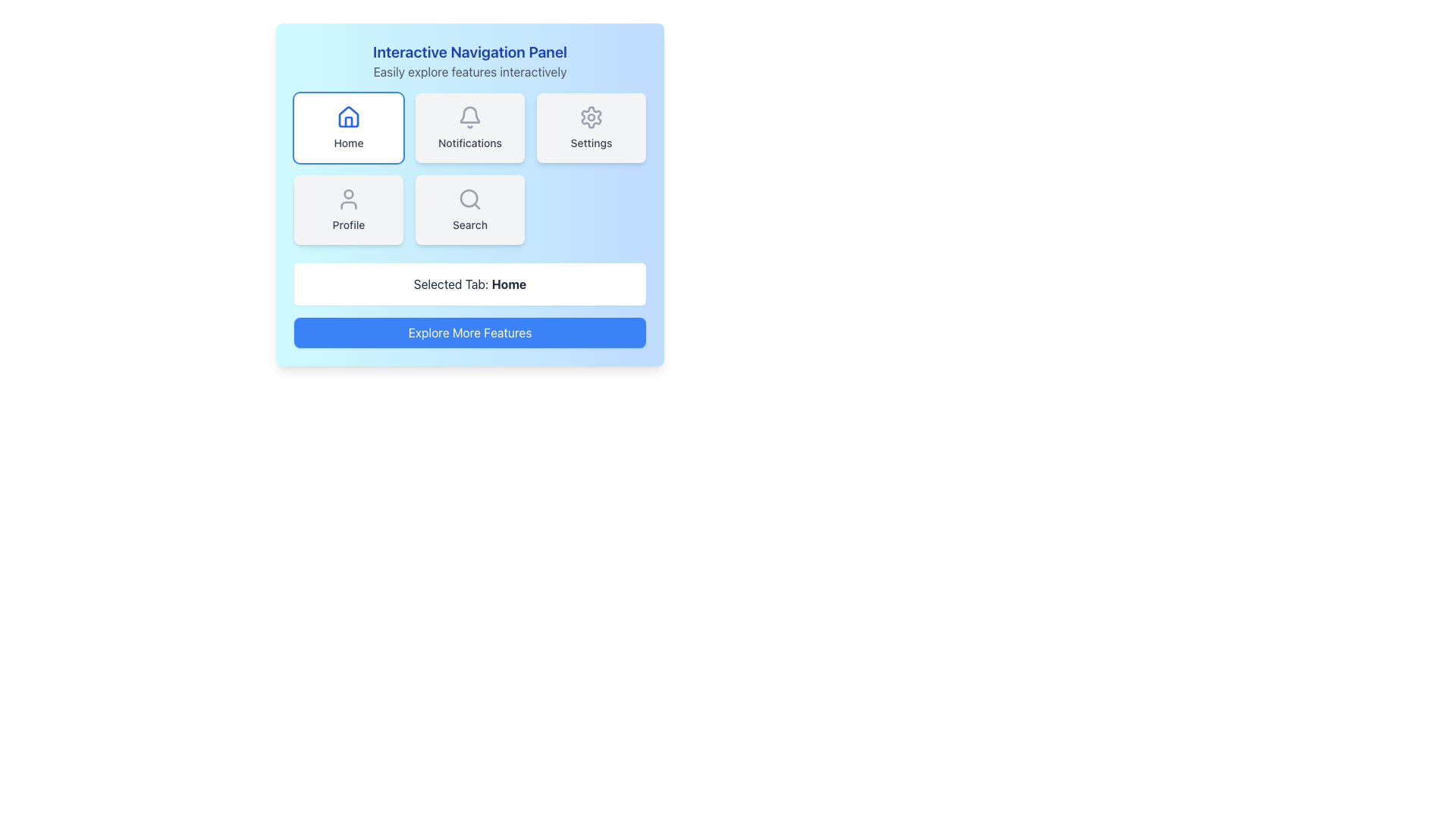 The width and height of the screenshot is (1456, 819). Describe the element at coordinates (348, 116) in the screenshot. I see `the blue house-like icon located in the top-left button of the navigation panel labeled 'Home'` at that location.